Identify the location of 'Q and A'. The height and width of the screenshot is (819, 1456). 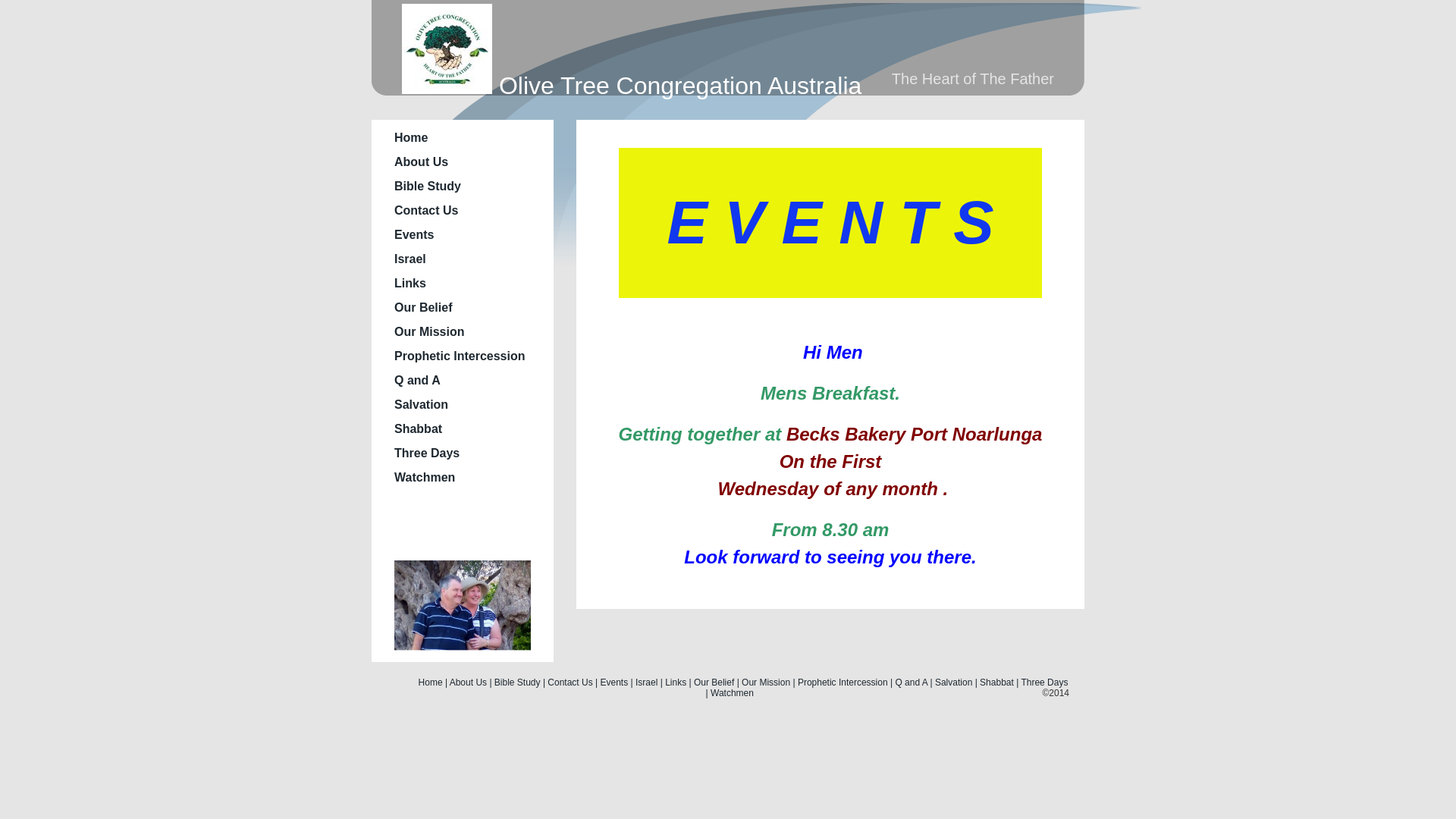
(417, 379).